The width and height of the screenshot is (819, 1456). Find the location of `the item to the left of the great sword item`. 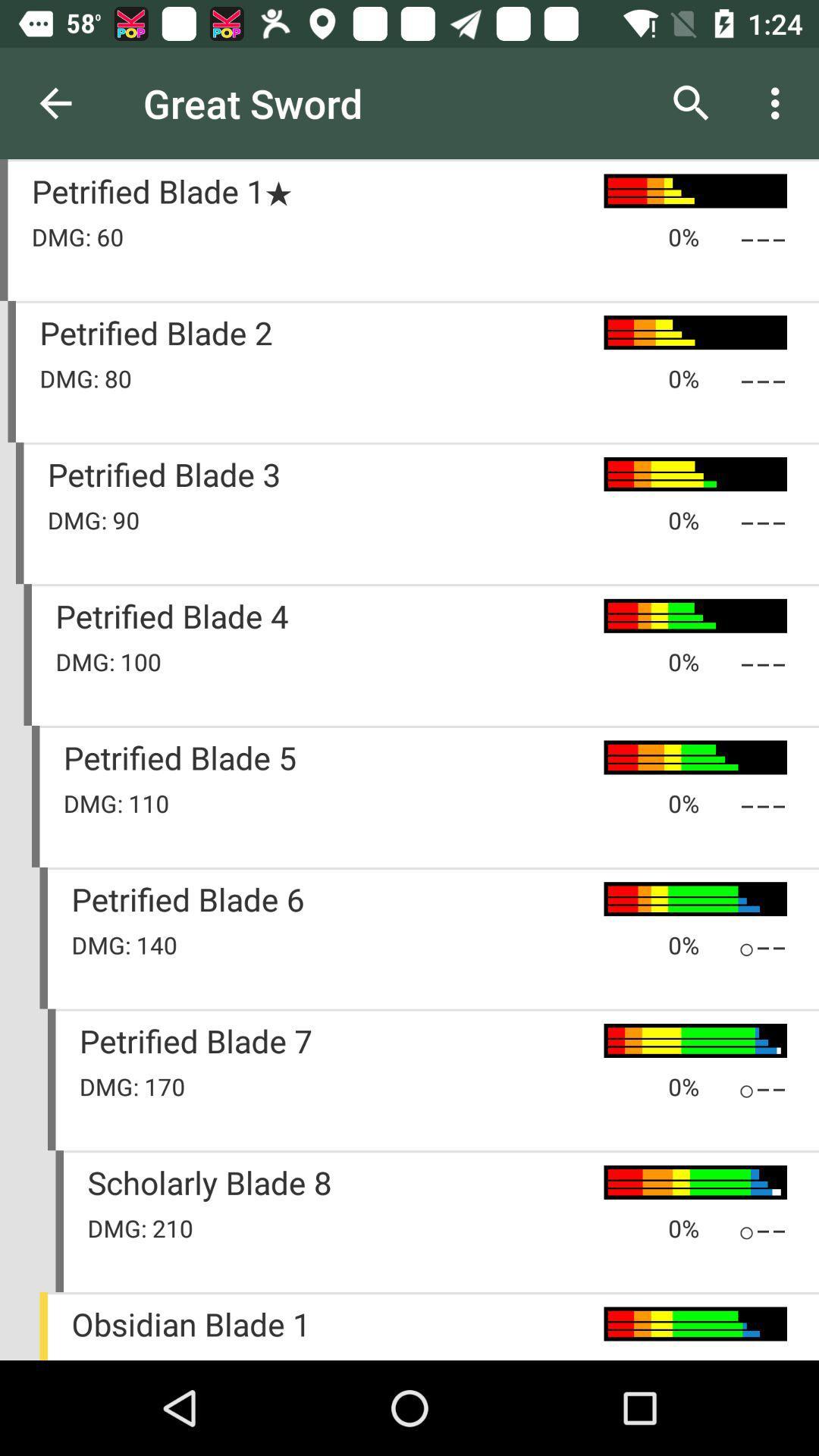

the item to the left of the great sword item is located at coordinates (55, 102).